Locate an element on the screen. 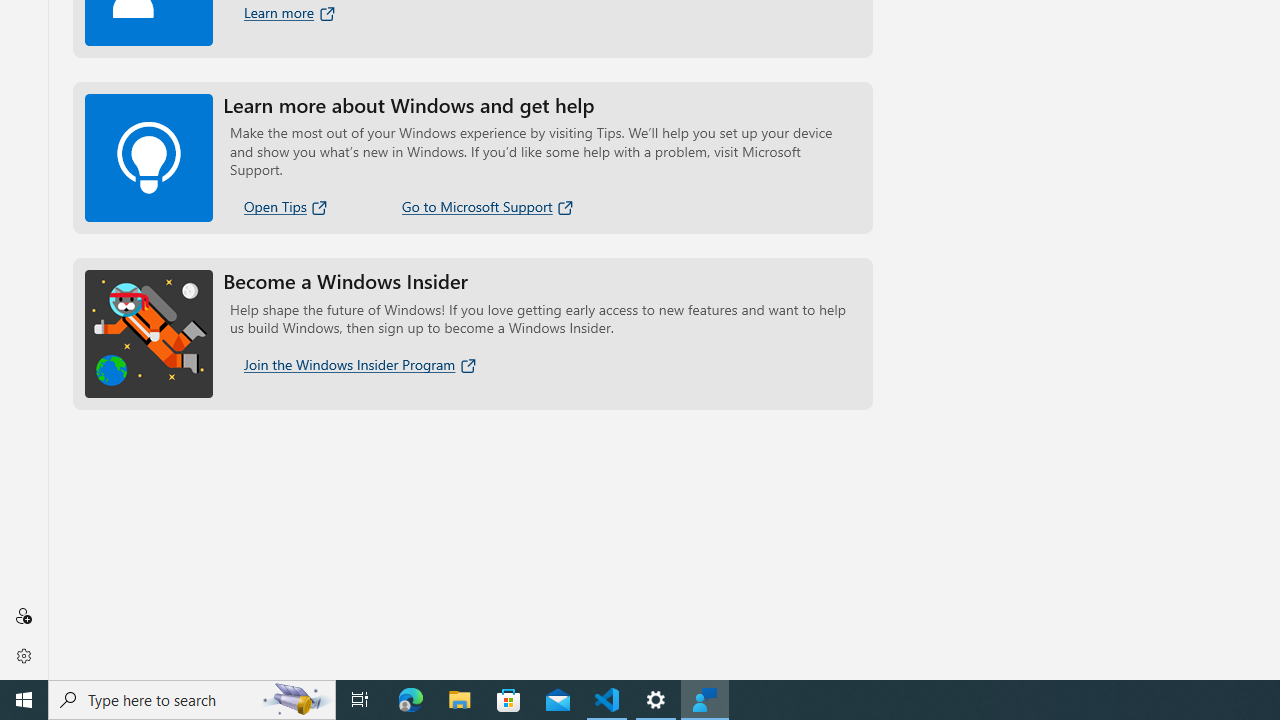 The image size is (1280, 720). 'Settings - 1 running window' is located at coordinates (656, 698).